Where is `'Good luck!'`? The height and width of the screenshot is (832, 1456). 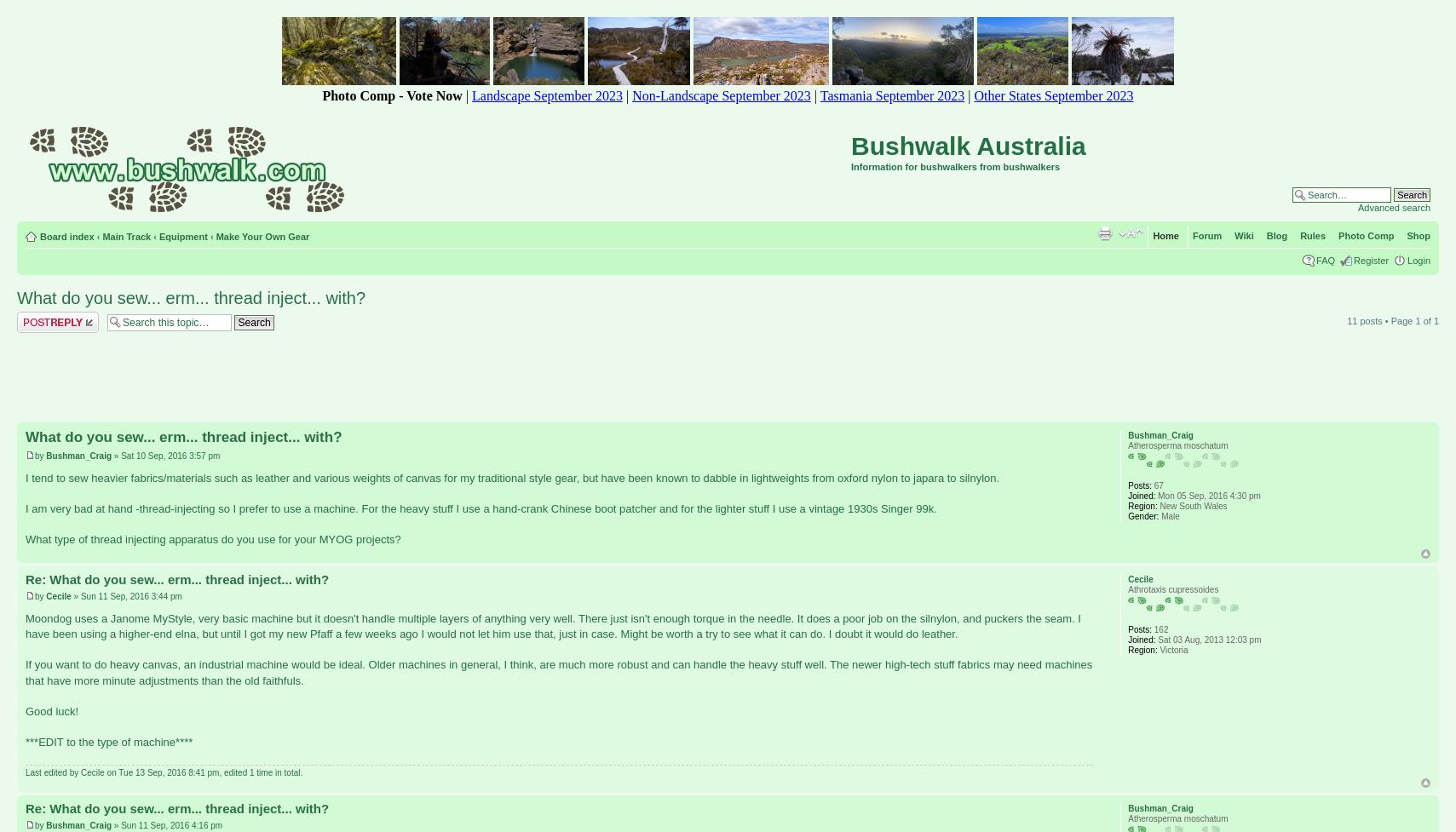 'Good luck!' is located at coordinates (51, 710).